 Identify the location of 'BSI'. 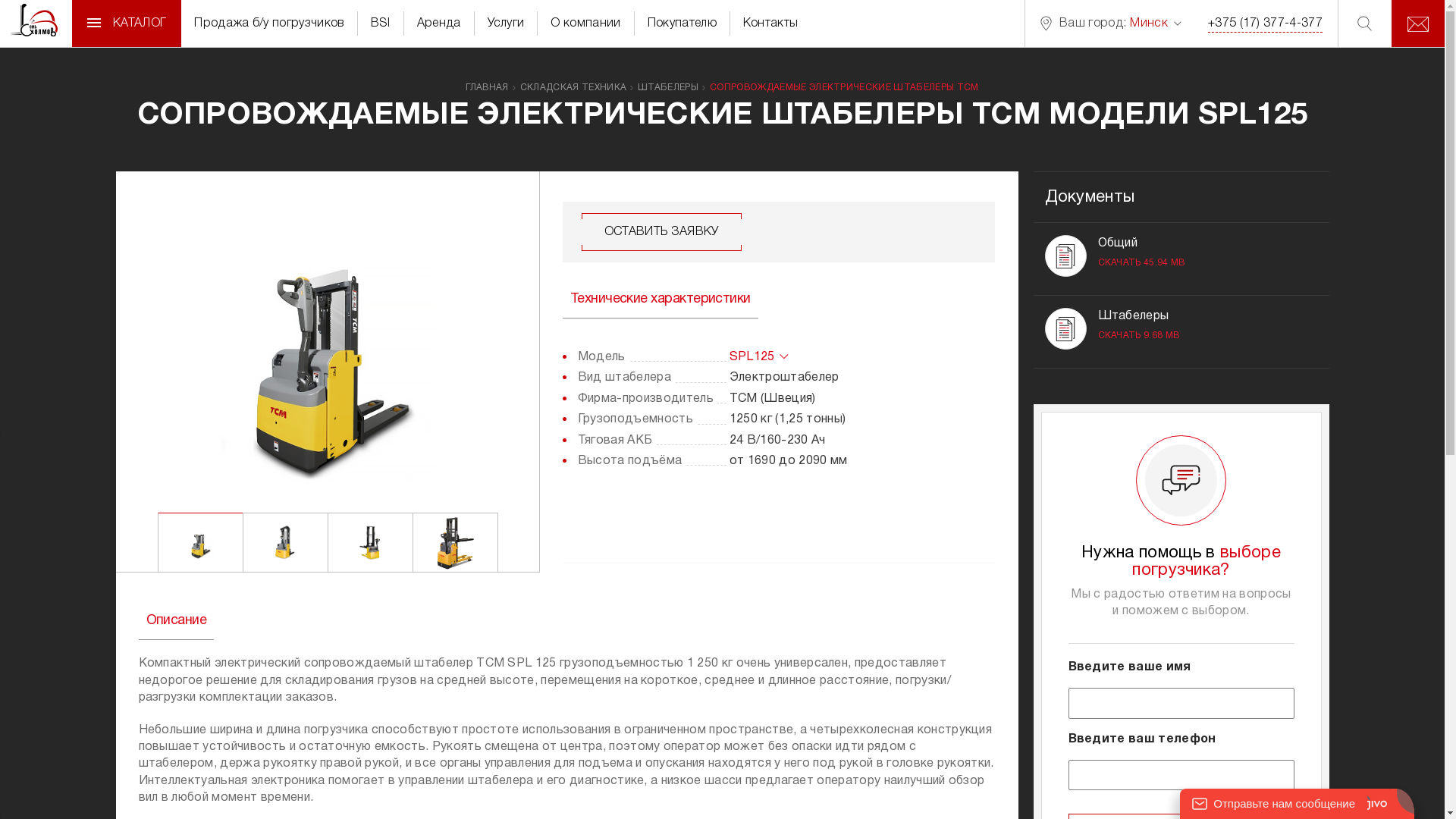
(381, 23).